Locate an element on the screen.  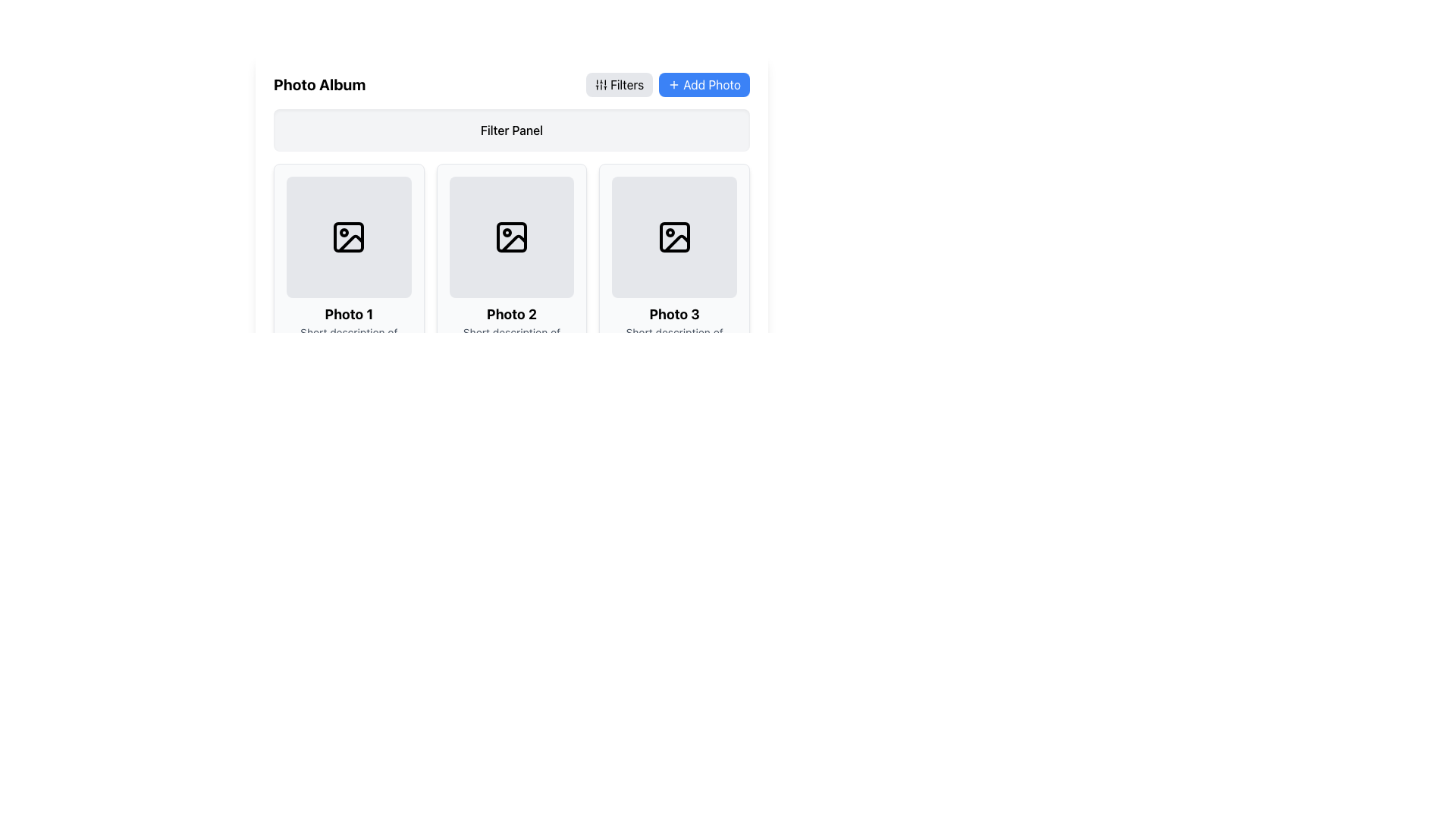
the vertical sliders icon that is part of the 'Filters' button in the toolbar, located next to the '+ Add Photo' button is located at coordinates (600, 84).